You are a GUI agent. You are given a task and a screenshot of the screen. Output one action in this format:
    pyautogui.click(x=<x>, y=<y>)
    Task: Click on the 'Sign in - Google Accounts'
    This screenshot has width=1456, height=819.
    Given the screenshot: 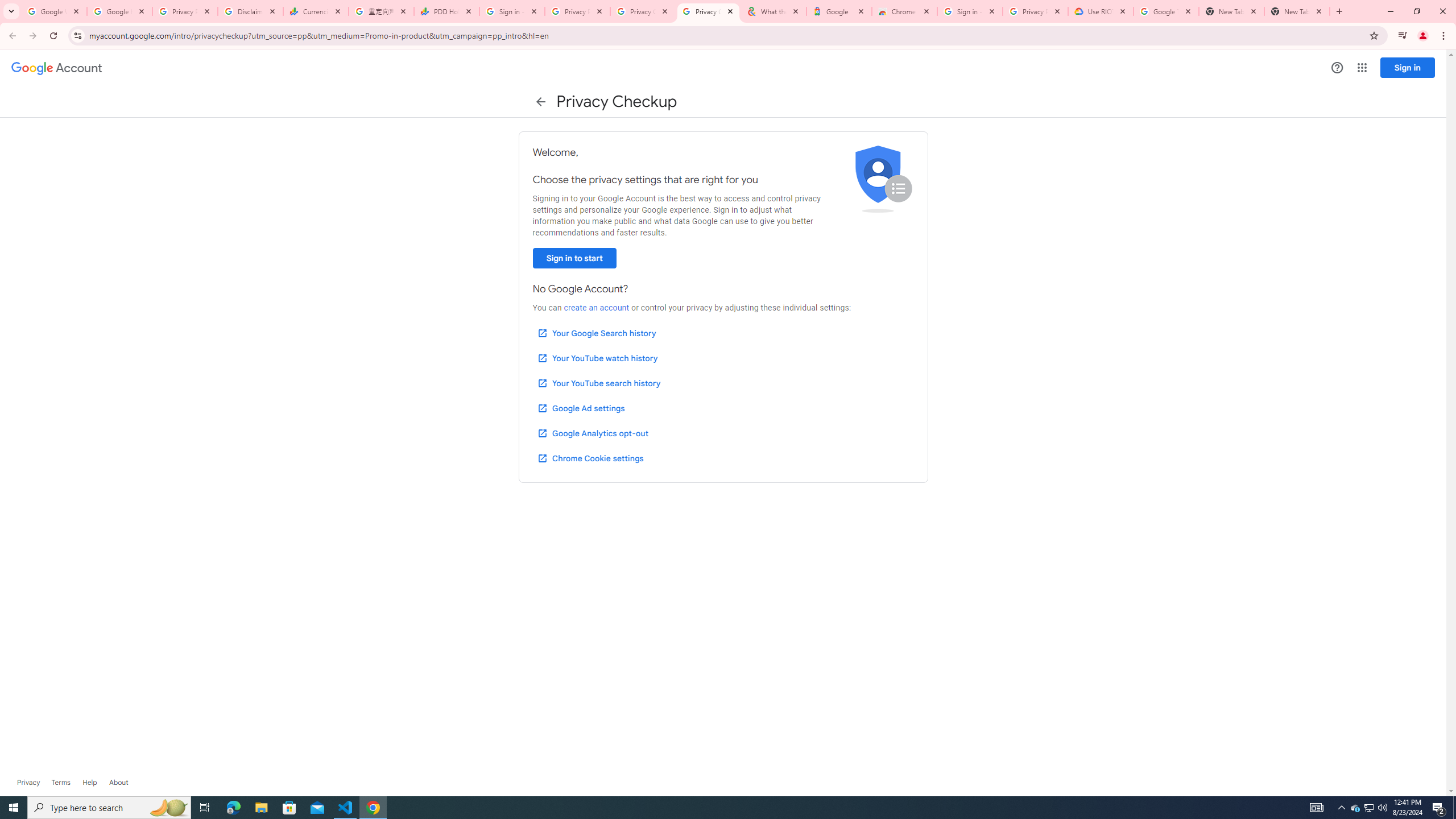 What is the action you would take?
    pyautogui.click(x=969, y=11)
    